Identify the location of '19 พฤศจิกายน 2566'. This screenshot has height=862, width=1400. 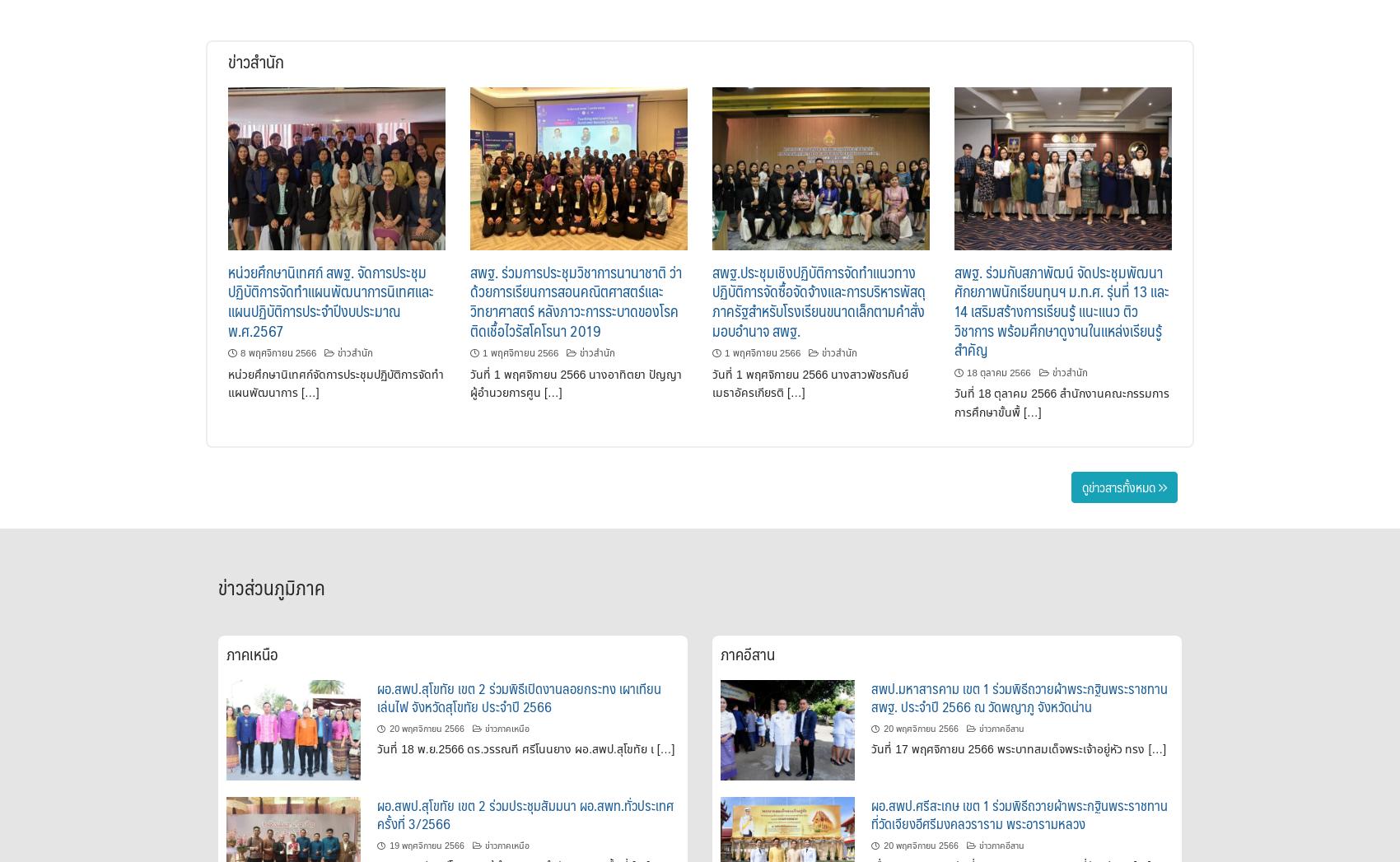
(426, 846).